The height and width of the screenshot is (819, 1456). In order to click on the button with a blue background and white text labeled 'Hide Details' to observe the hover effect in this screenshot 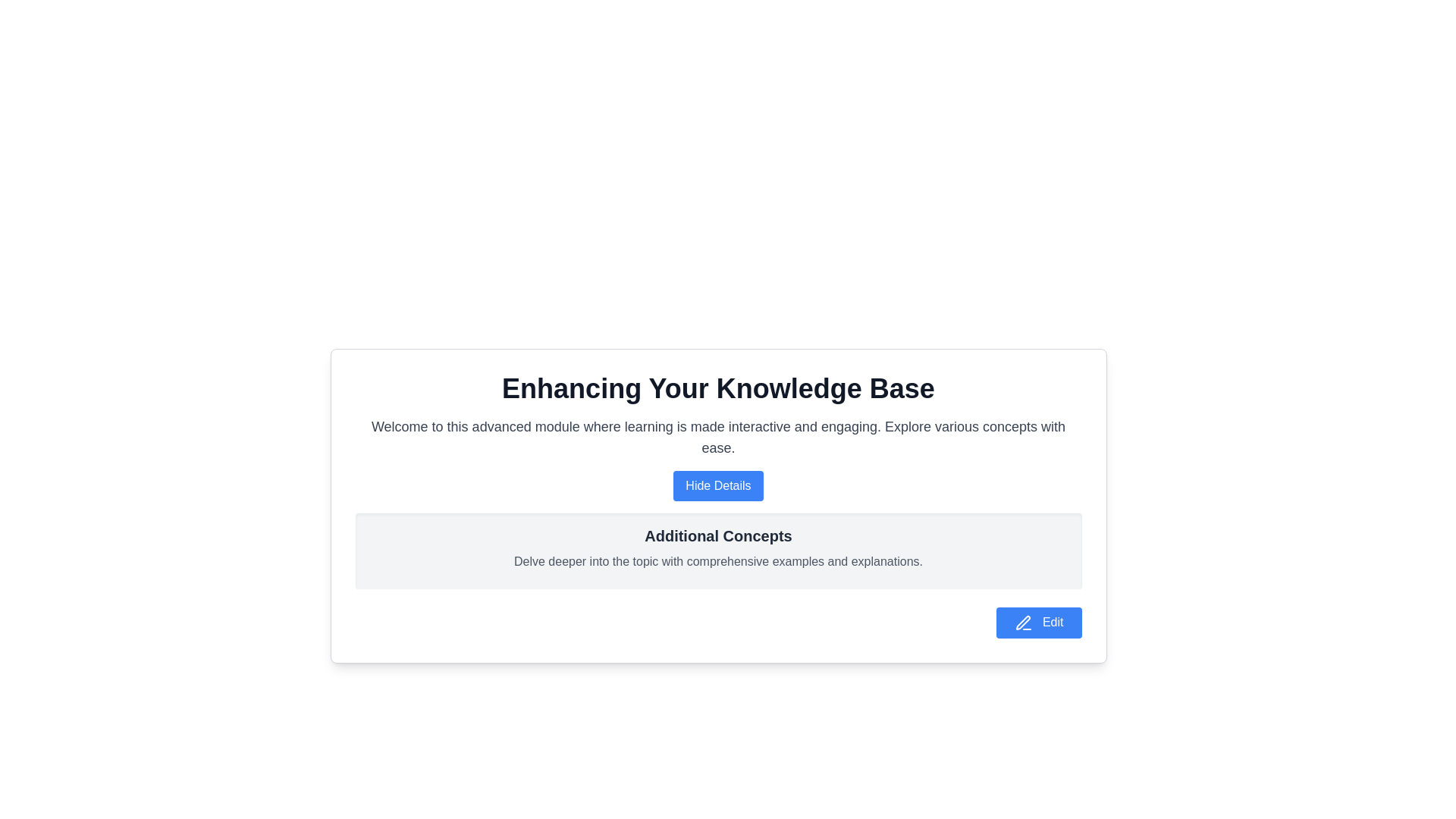, I will do `click(717, 485)`.